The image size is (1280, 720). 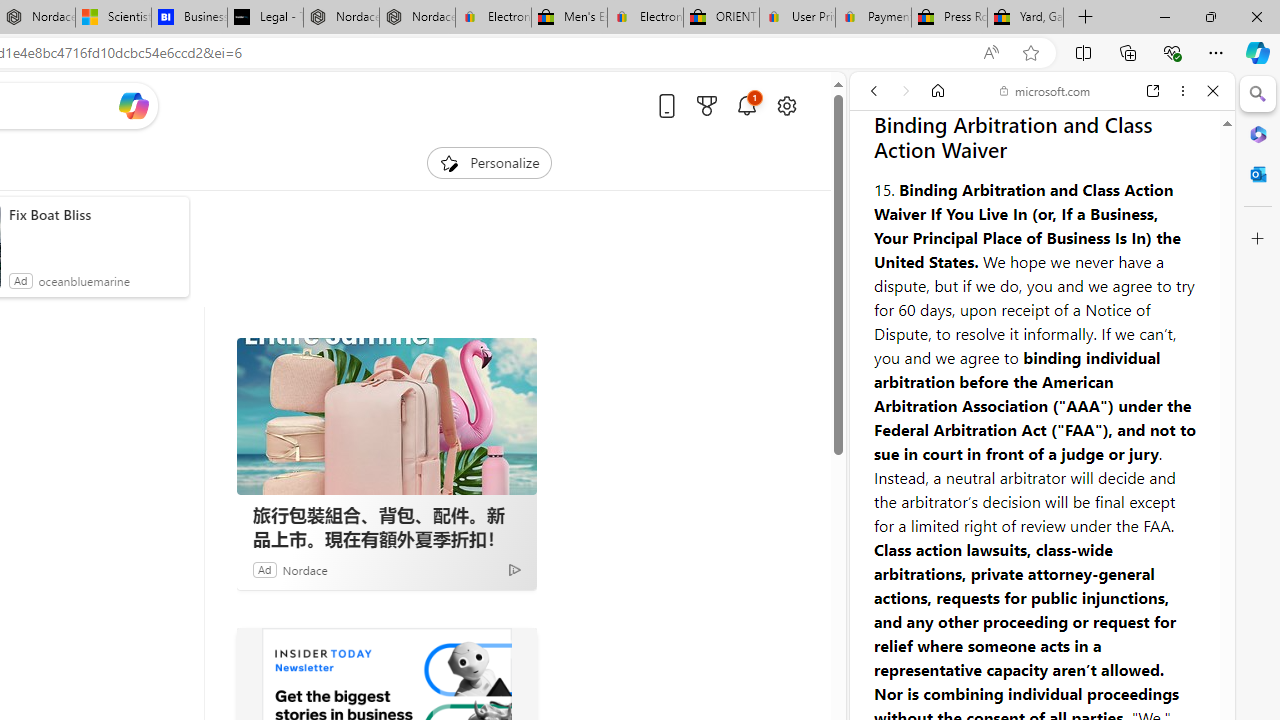 I want to click on 'Ad', so click(x=263, y=569).